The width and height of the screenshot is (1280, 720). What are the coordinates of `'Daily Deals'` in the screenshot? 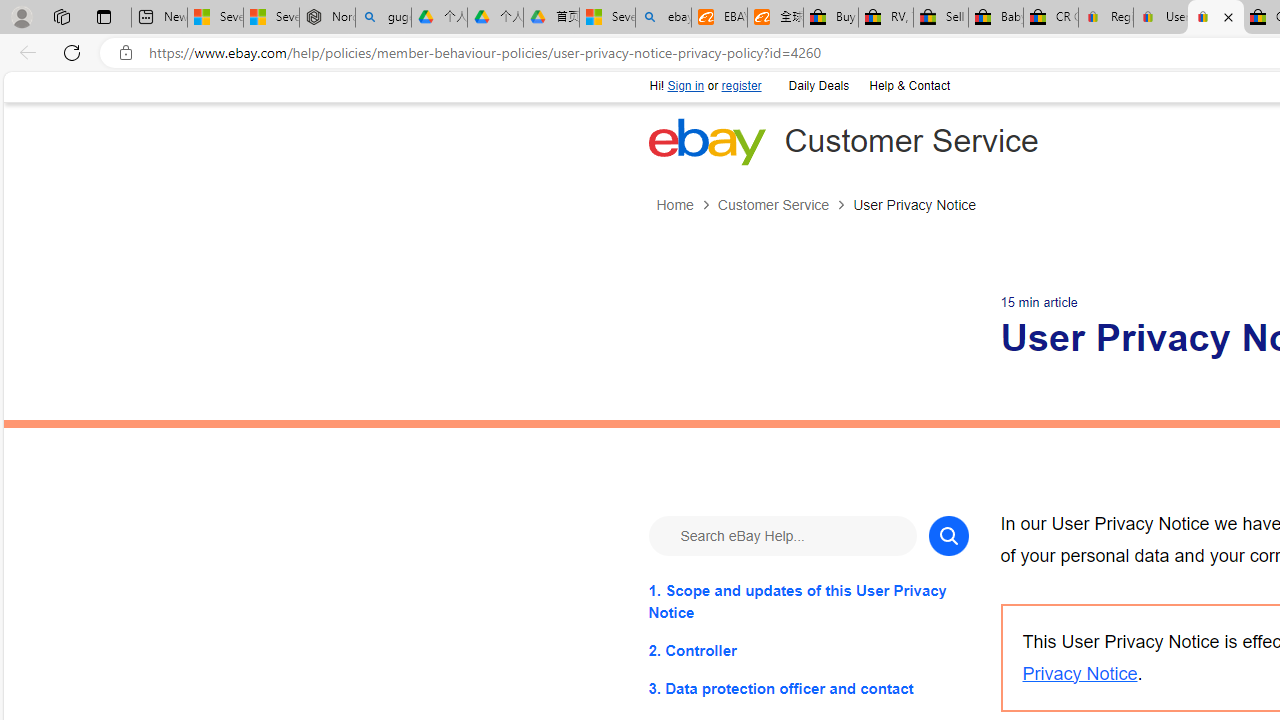 It's located at (819, 86).